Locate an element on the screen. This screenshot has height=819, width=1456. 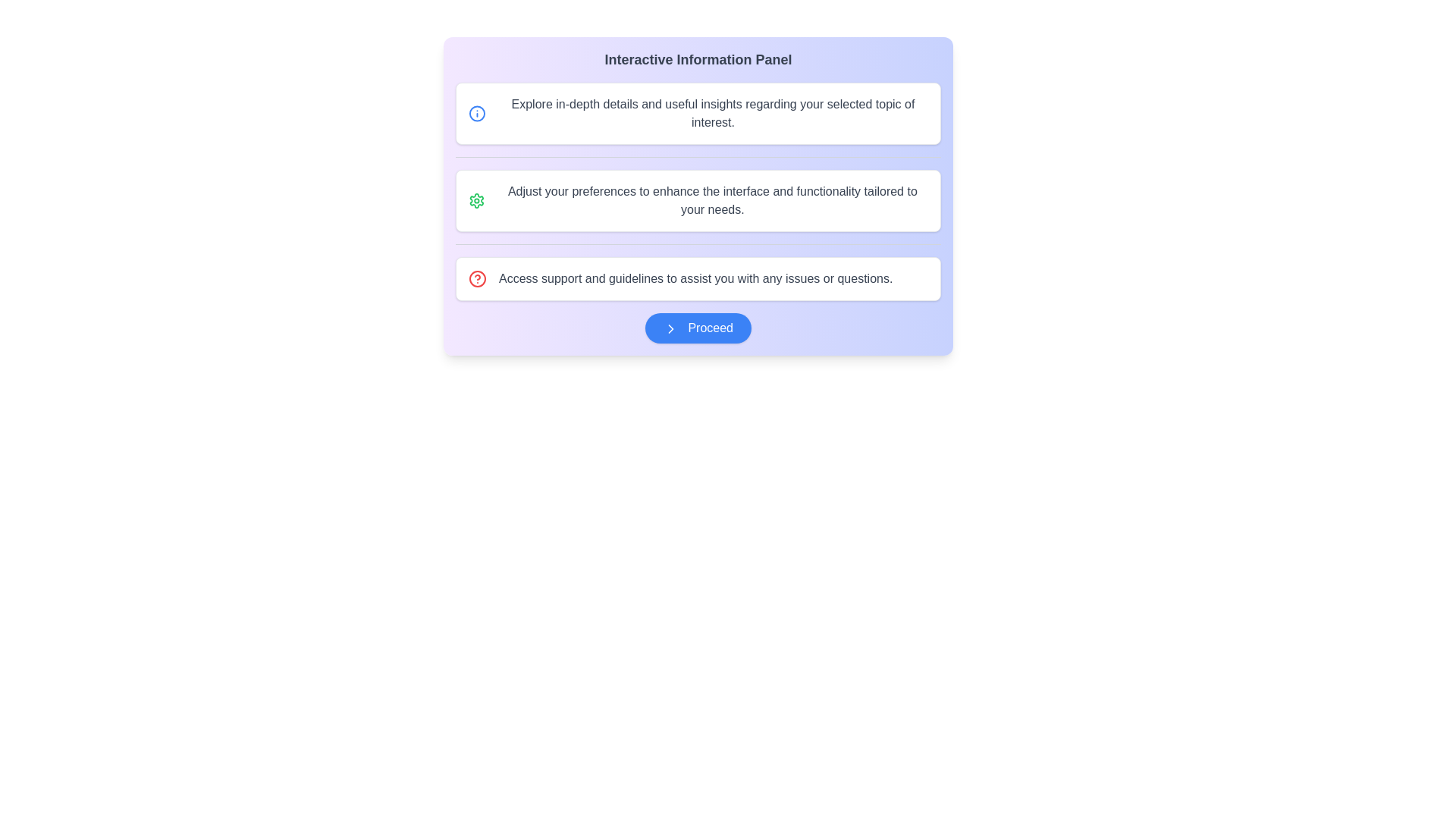
the help icon located at the left side of the bottom card in the 'Interactive Information Panel', which indicates access to support resources is located at coordinates (476, 278).